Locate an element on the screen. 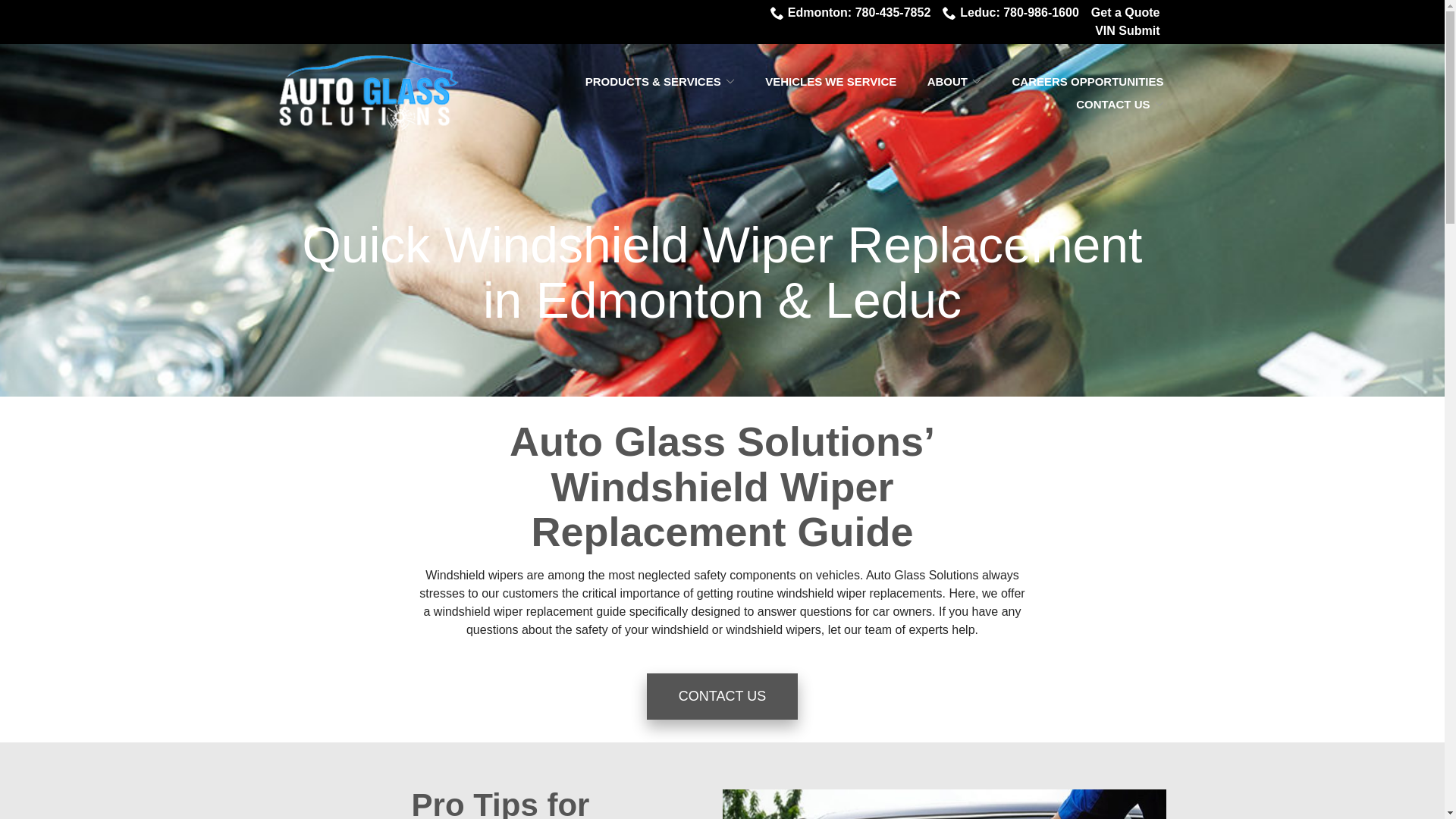 This screenshot has height=819, width=1456. 'PRODUCTS & SERVICES' is located at coordinates (660, 81).